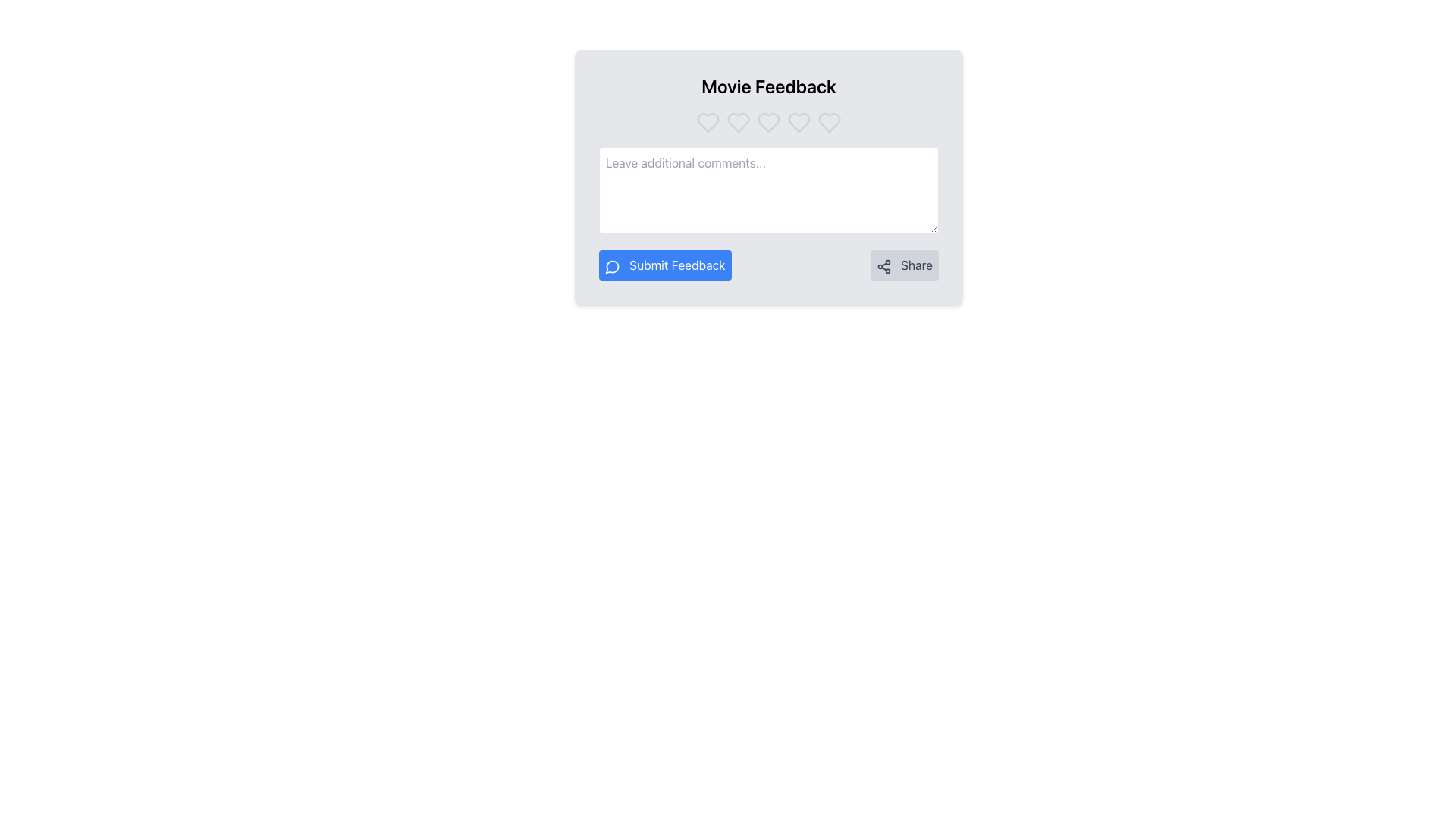  Describe the element at coordinates (904, 265) in the screenshot. I see `the share feedback button located in the bottom-right corner of the feedback form, adjacent to the 'Submit Feedback' button` at that location.